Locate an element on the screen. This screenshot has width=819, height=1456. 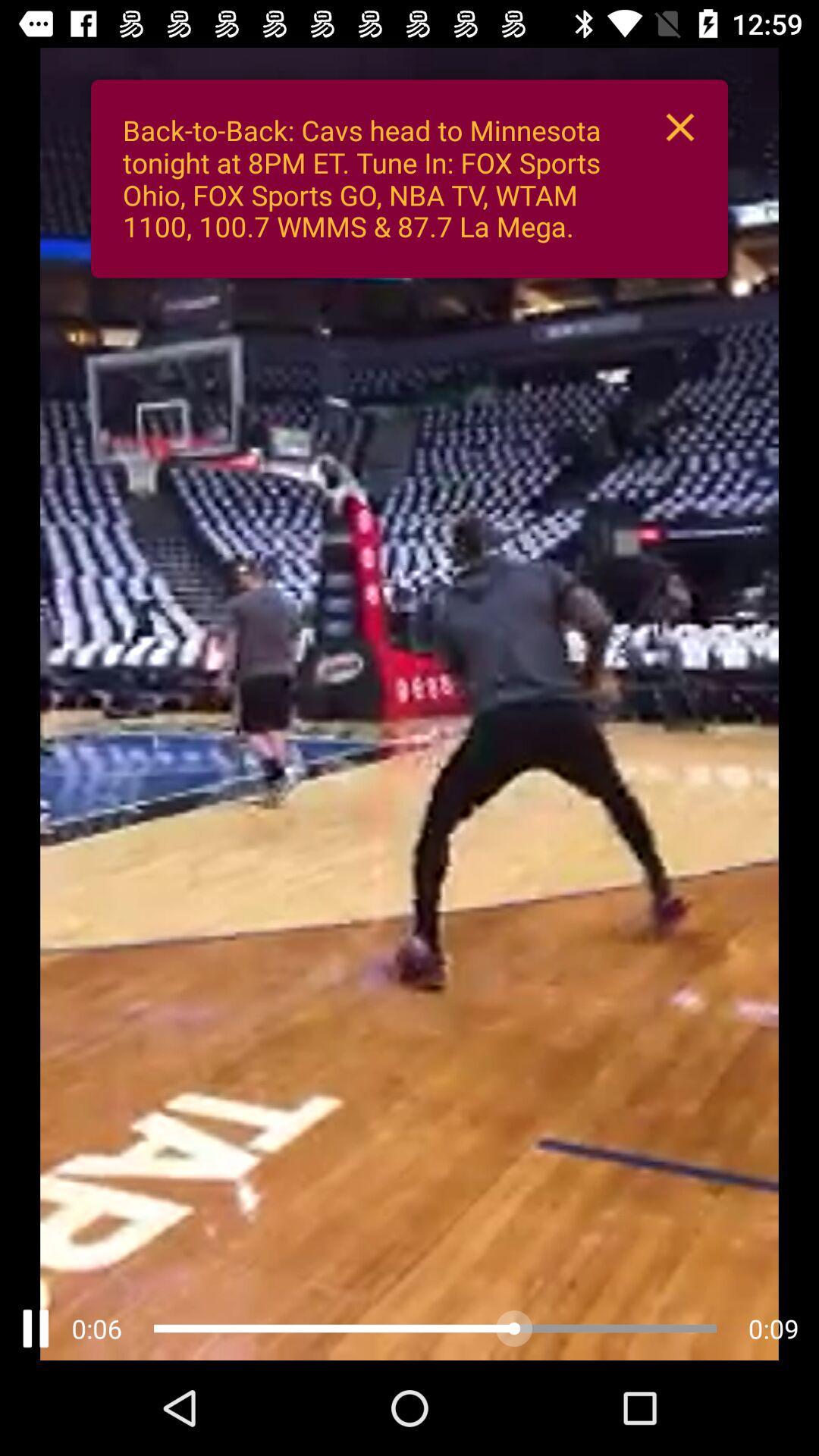
the pause icon is located at coordinates (35, 1328).